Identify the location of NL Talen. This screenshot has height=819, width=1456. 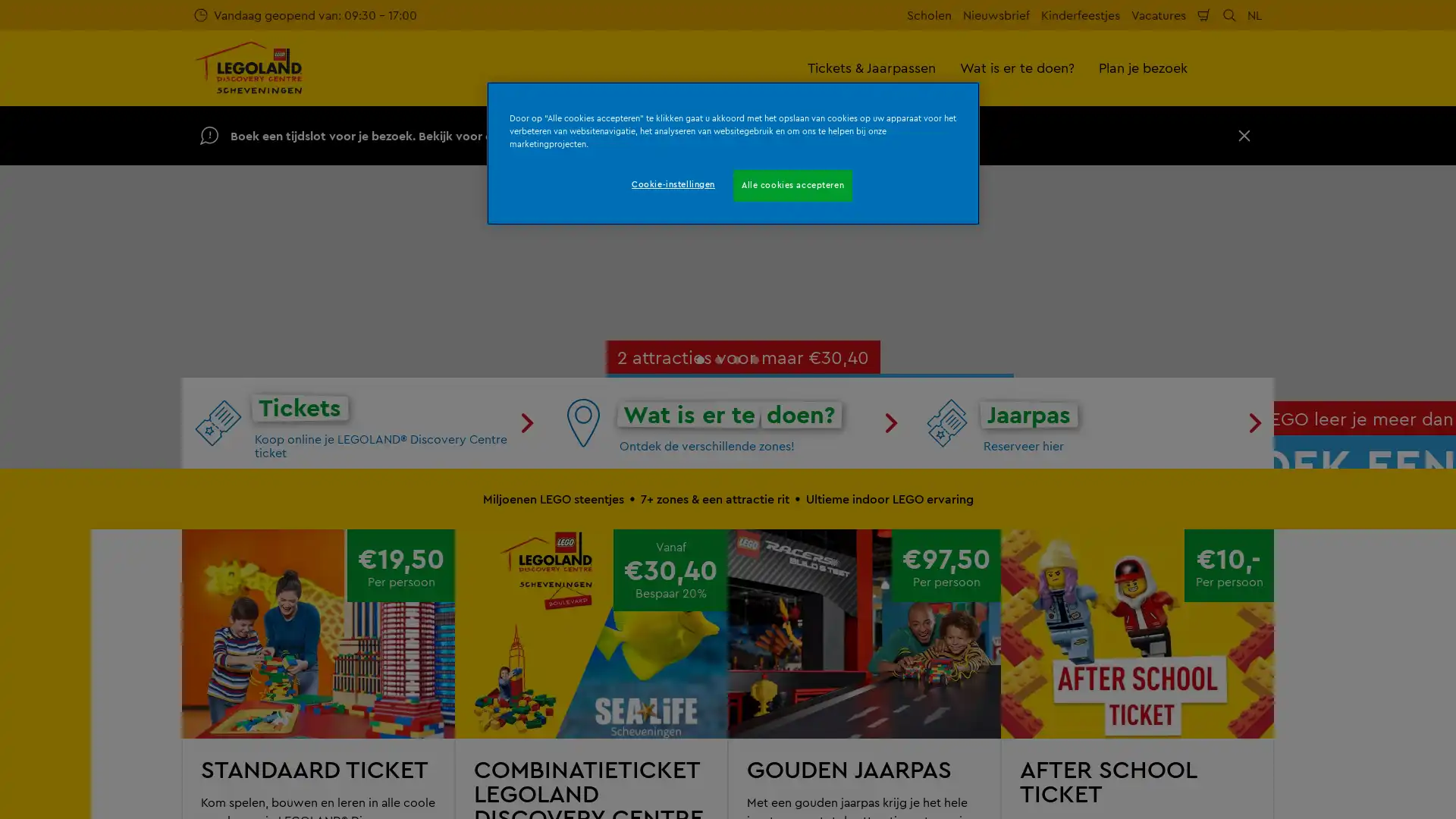
(1254, 14).